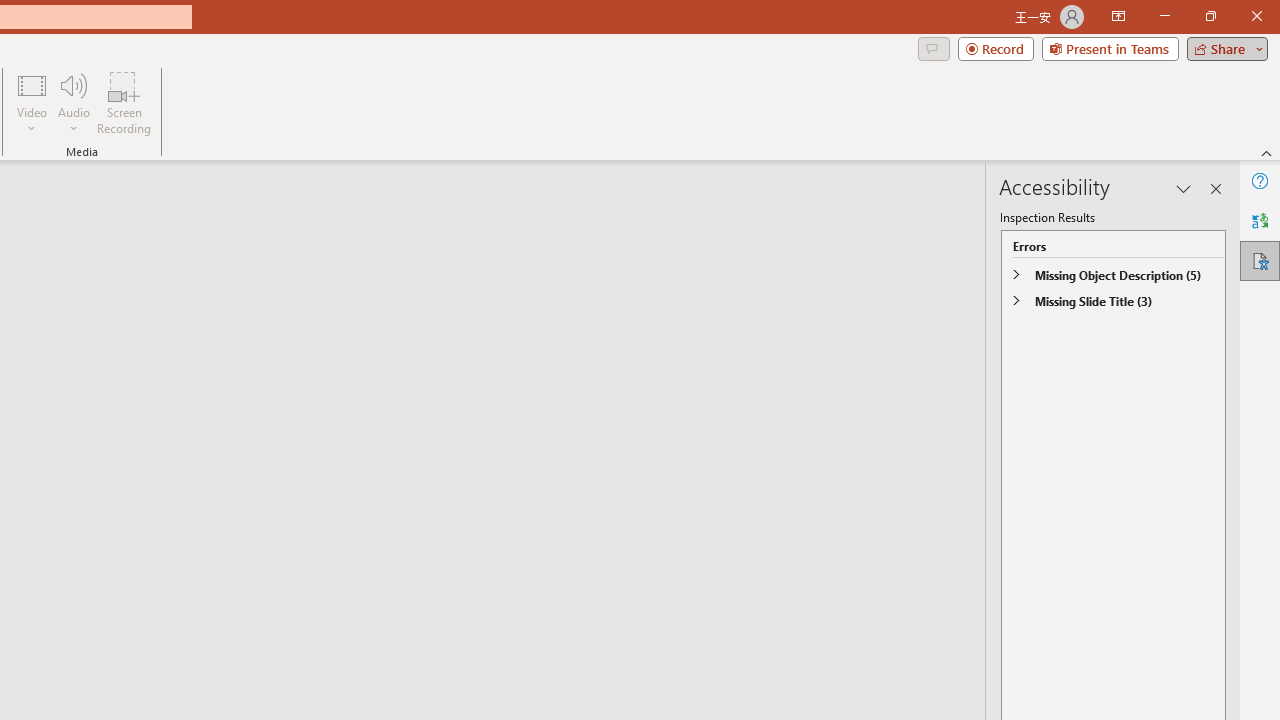 The width and height of the screenshot is (1280, 720). Describe the element at coordinates (1209, 16) in the screenshot. I see `'Restore Down'` at that location.